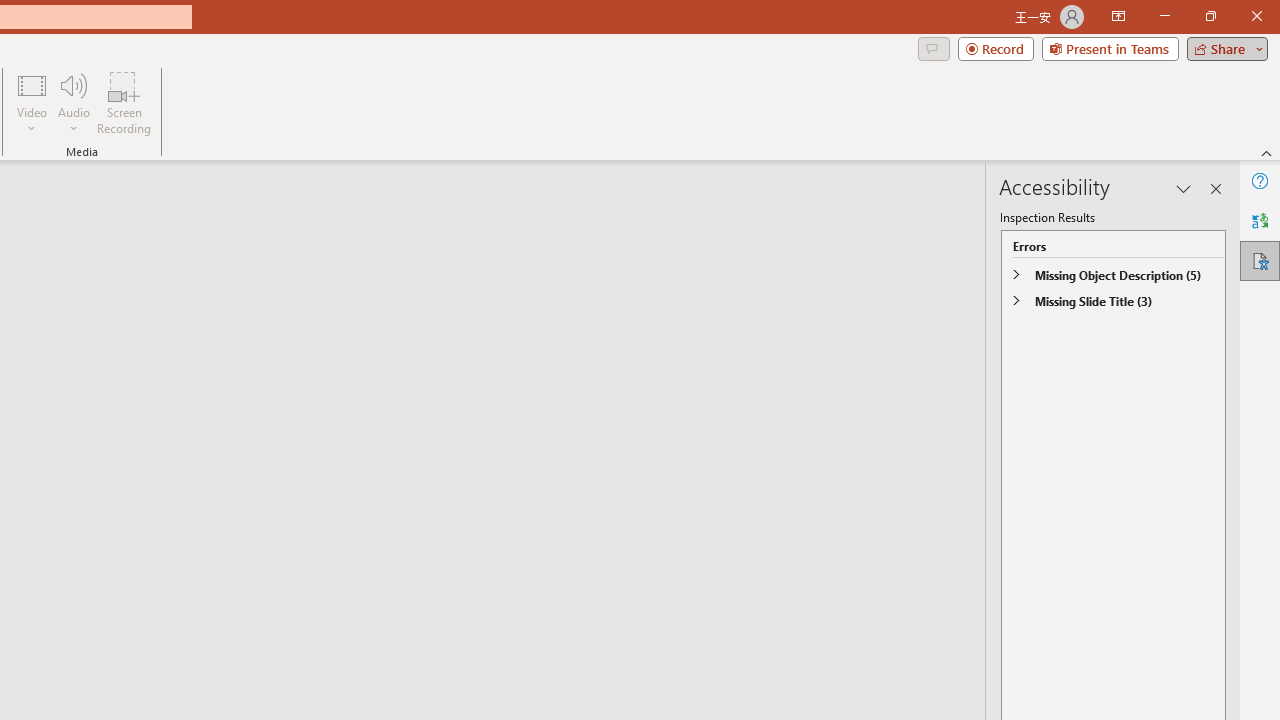 The width and height of the screenshot is (1280, 720). Describe the element at coordinates (1209, 16) in the screenshot. I see `'Restore Down'` at that location.